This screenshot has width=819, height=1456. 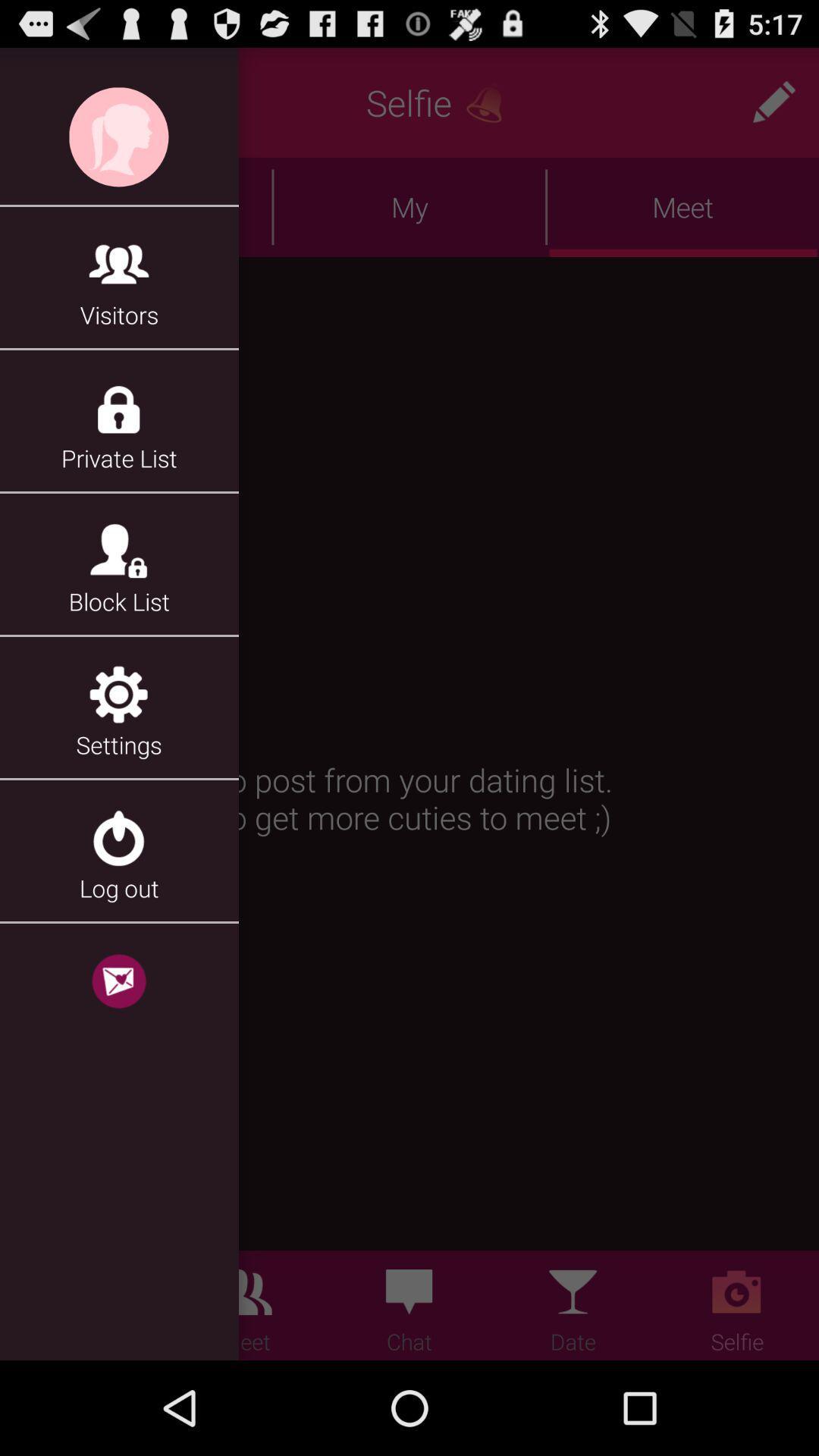 I want to click on the edit icon, so click(x=773, y=108).